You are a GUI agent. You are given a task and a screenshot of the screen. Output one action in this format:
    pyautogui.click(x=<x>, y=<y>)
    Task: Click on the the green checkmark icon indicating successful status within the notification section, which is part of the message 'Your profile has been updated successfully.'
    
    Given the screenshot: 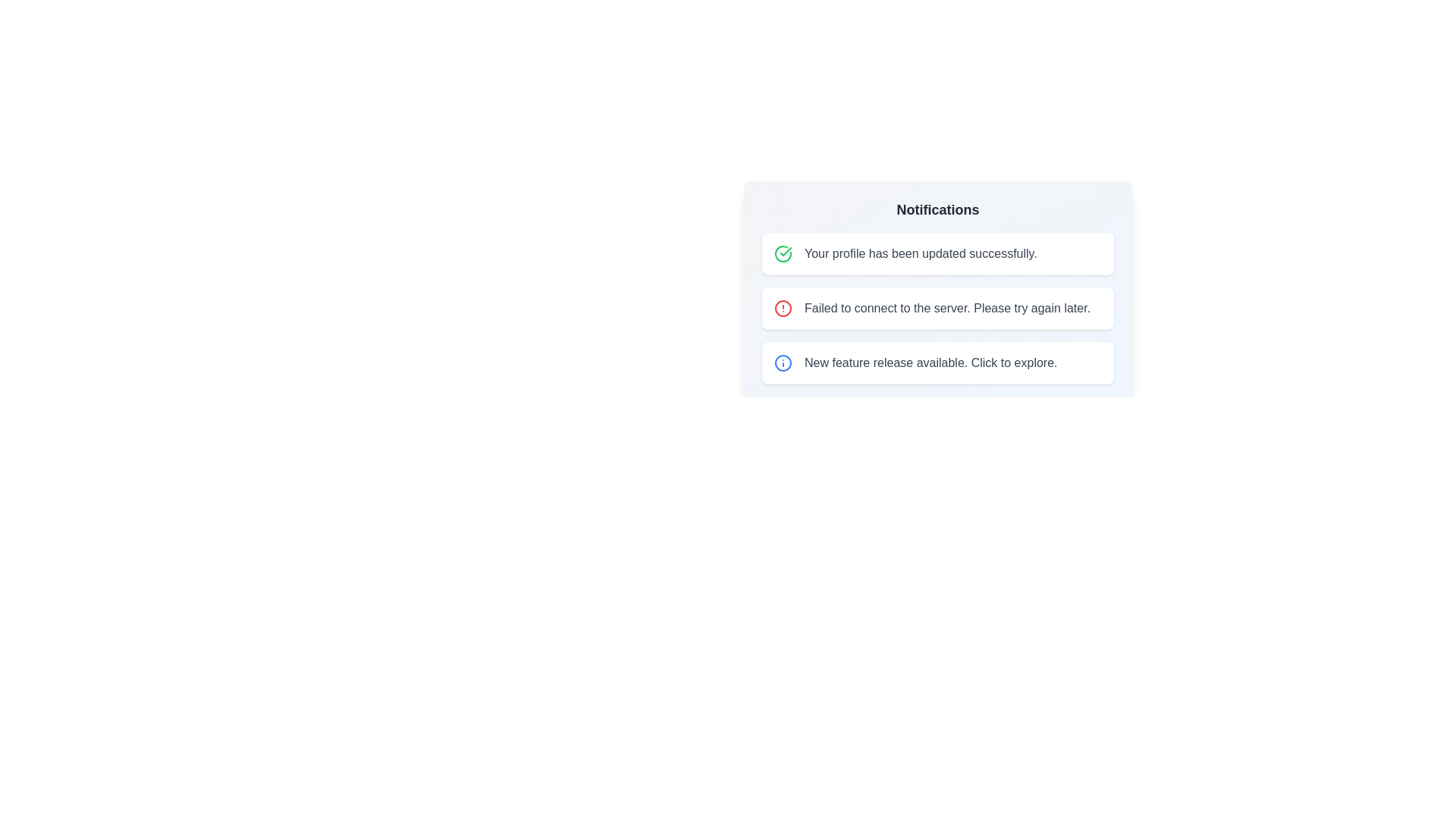 What is the action you would take?
    pyautogui.click(x=786, y=250)
    